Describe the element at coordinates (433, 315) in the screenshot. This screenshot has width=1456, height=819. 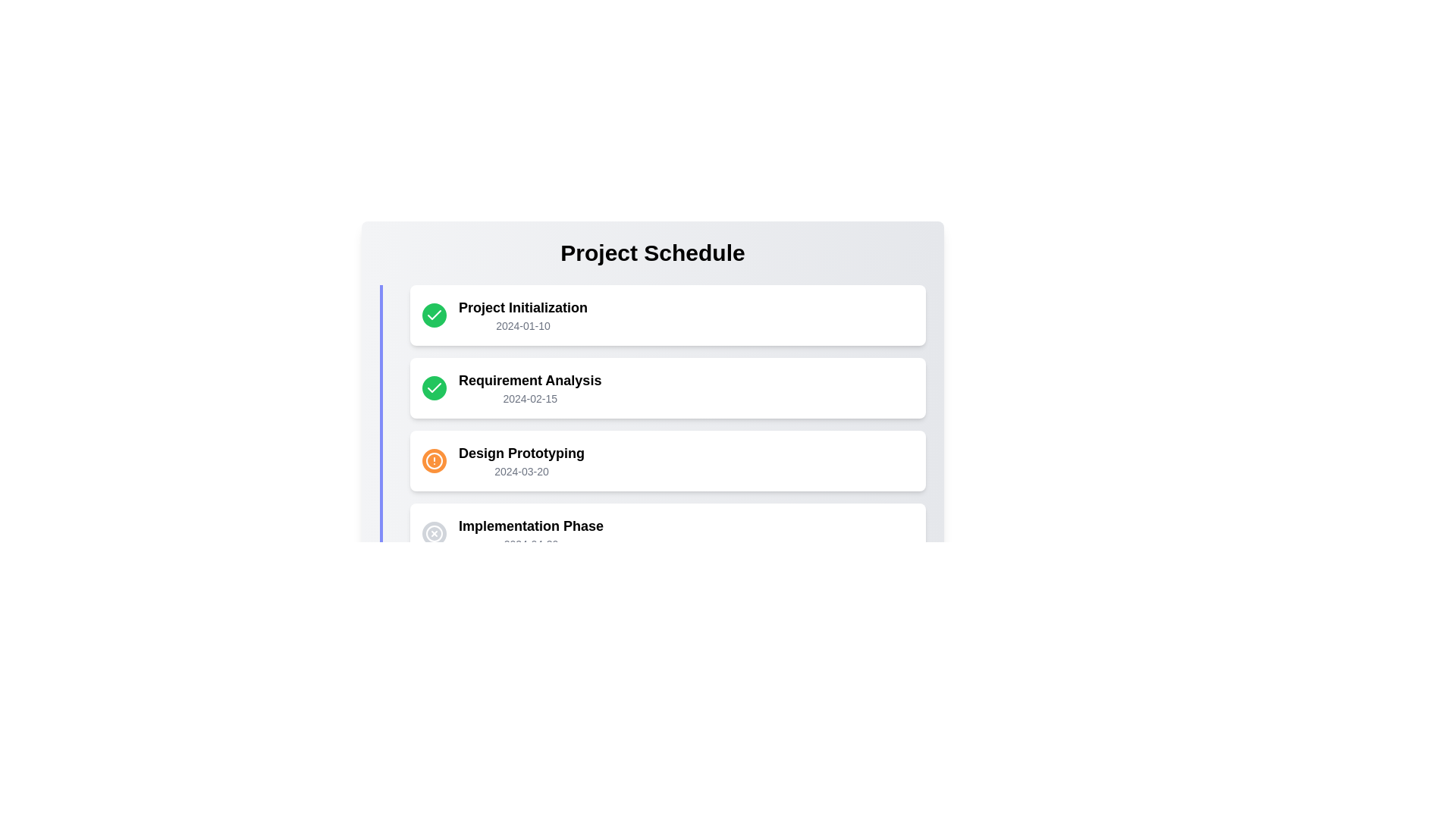
I see `the circular green button with a white checkmark icon, located at the top-left area of the 'Project Initialization' item dated '2024-01-10'` at that location.